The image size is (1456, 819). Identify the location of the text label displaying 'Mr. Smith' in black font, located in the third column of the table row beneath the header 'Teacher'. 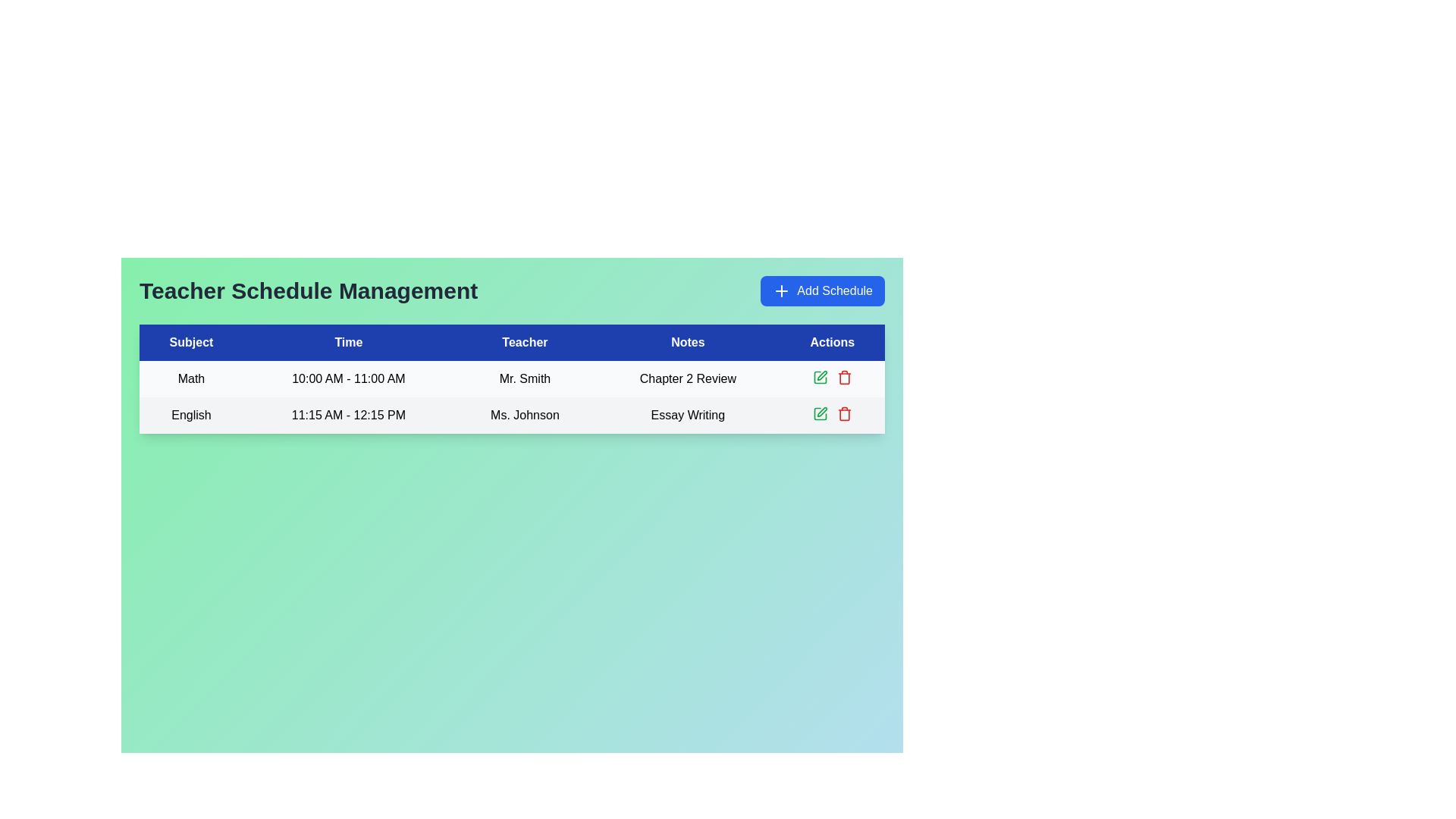
(525, 378).